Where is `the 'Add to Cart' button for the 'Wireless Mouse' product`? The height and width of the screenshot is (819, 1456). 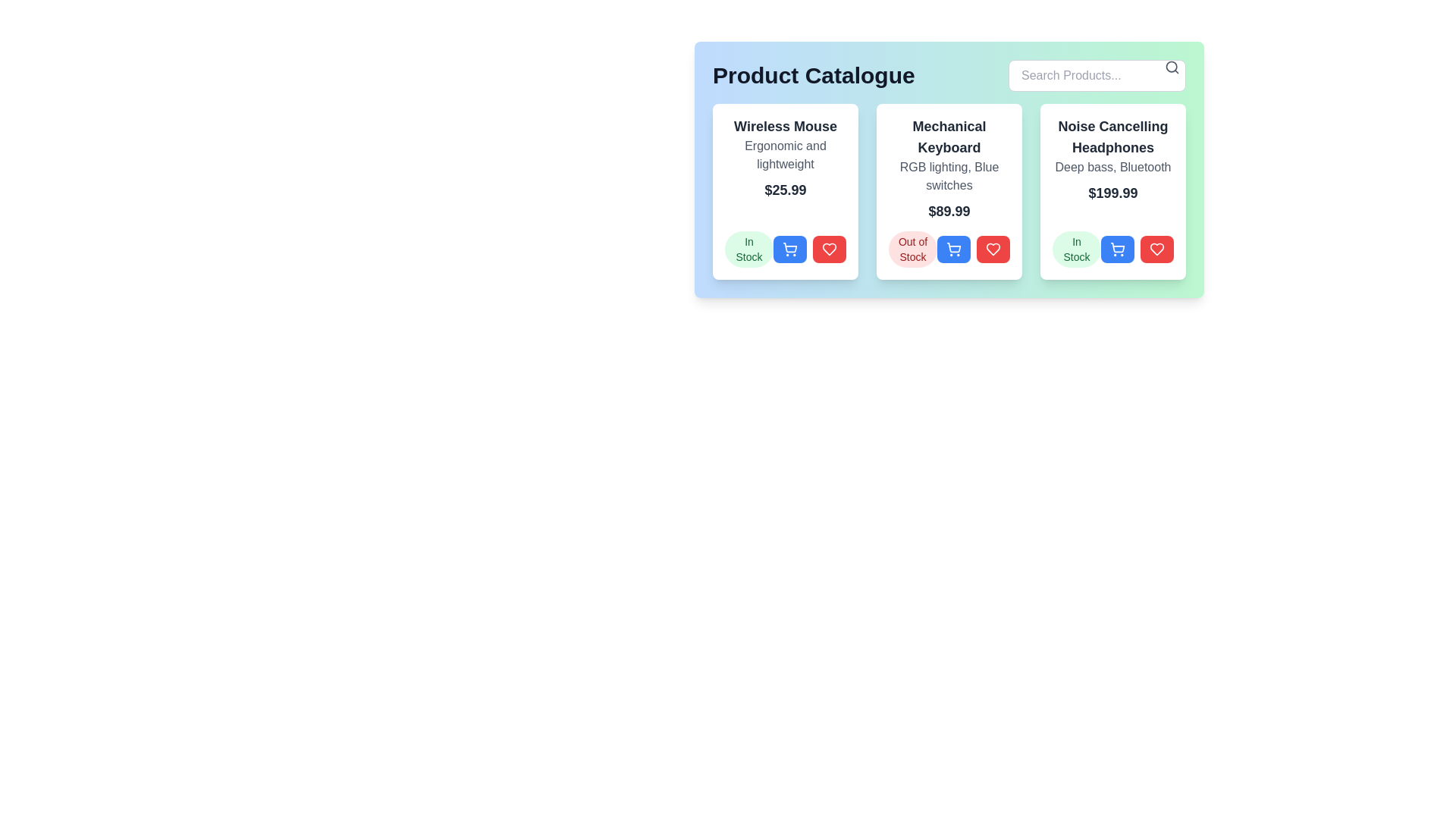 the 'Add to Cart' button for the 'Wireless Mouse' product is located at coordinates (786, 248).